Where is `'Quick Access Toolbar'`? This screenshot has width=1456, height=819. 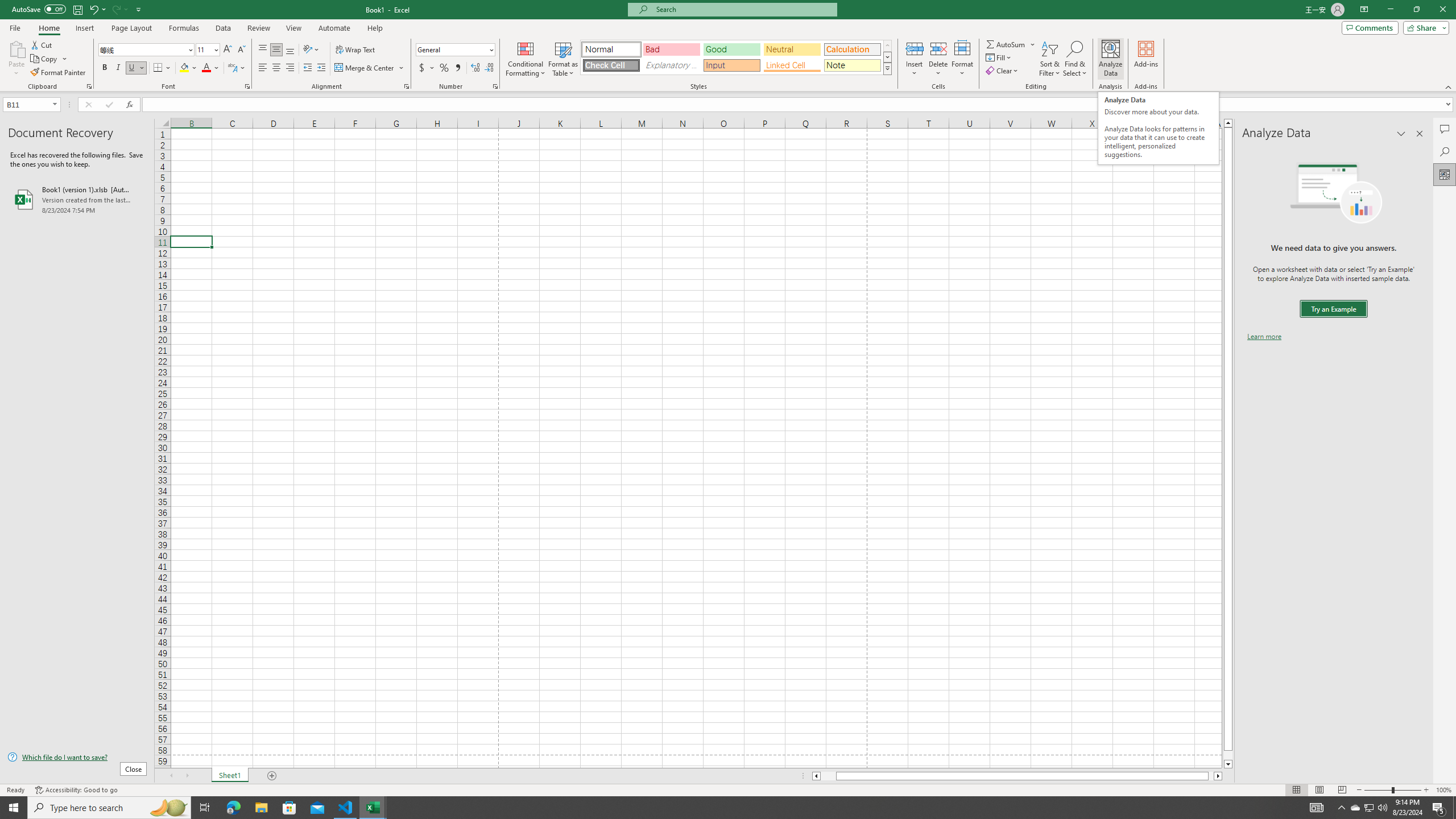
'Quick Access Toolbar' is located at coordinates (77, 9).